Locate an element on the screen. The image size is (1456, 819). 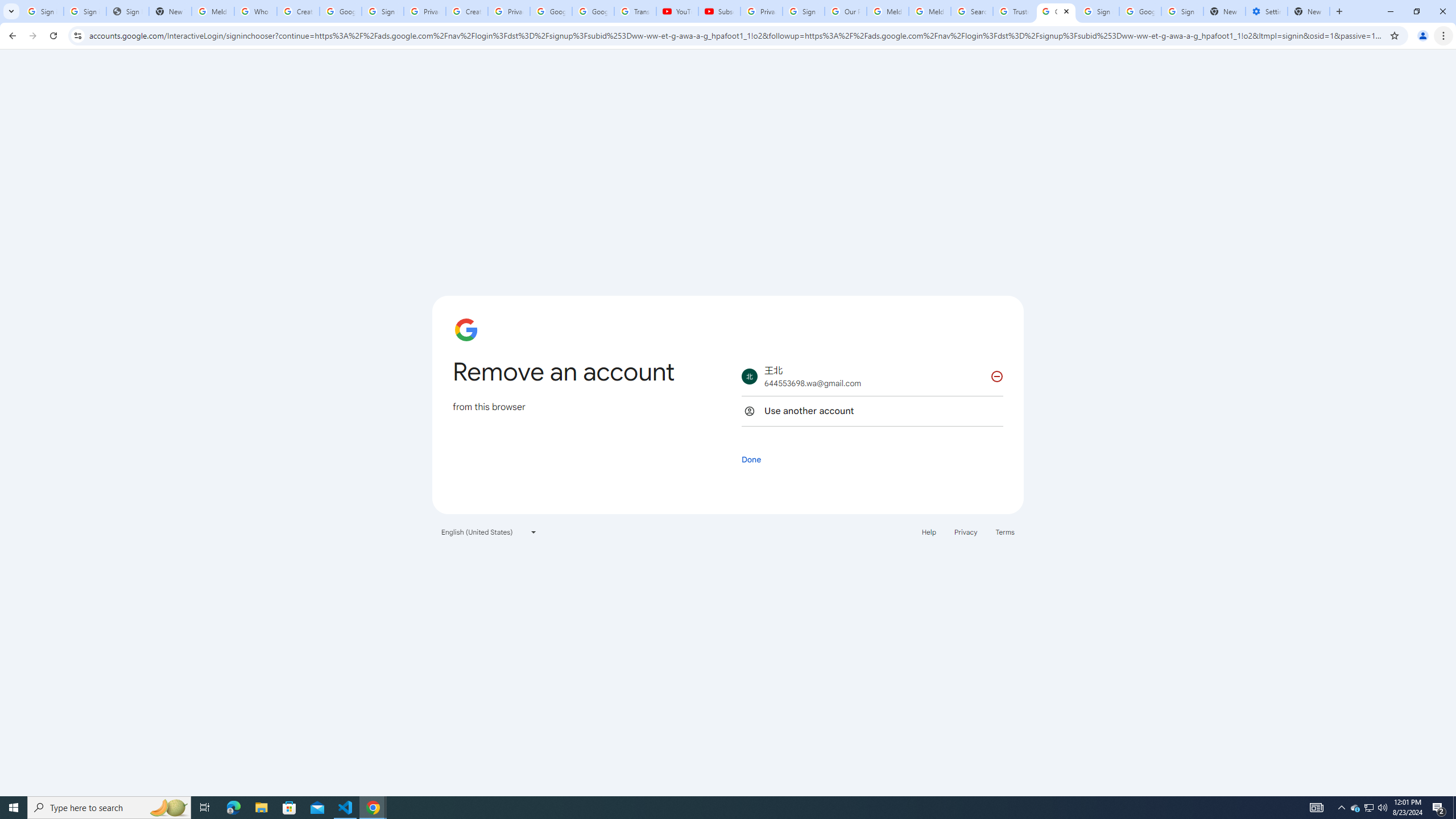
'Google Cybersecurity Innovations - Google Safety Center' is located at coordinates (1139, 11).